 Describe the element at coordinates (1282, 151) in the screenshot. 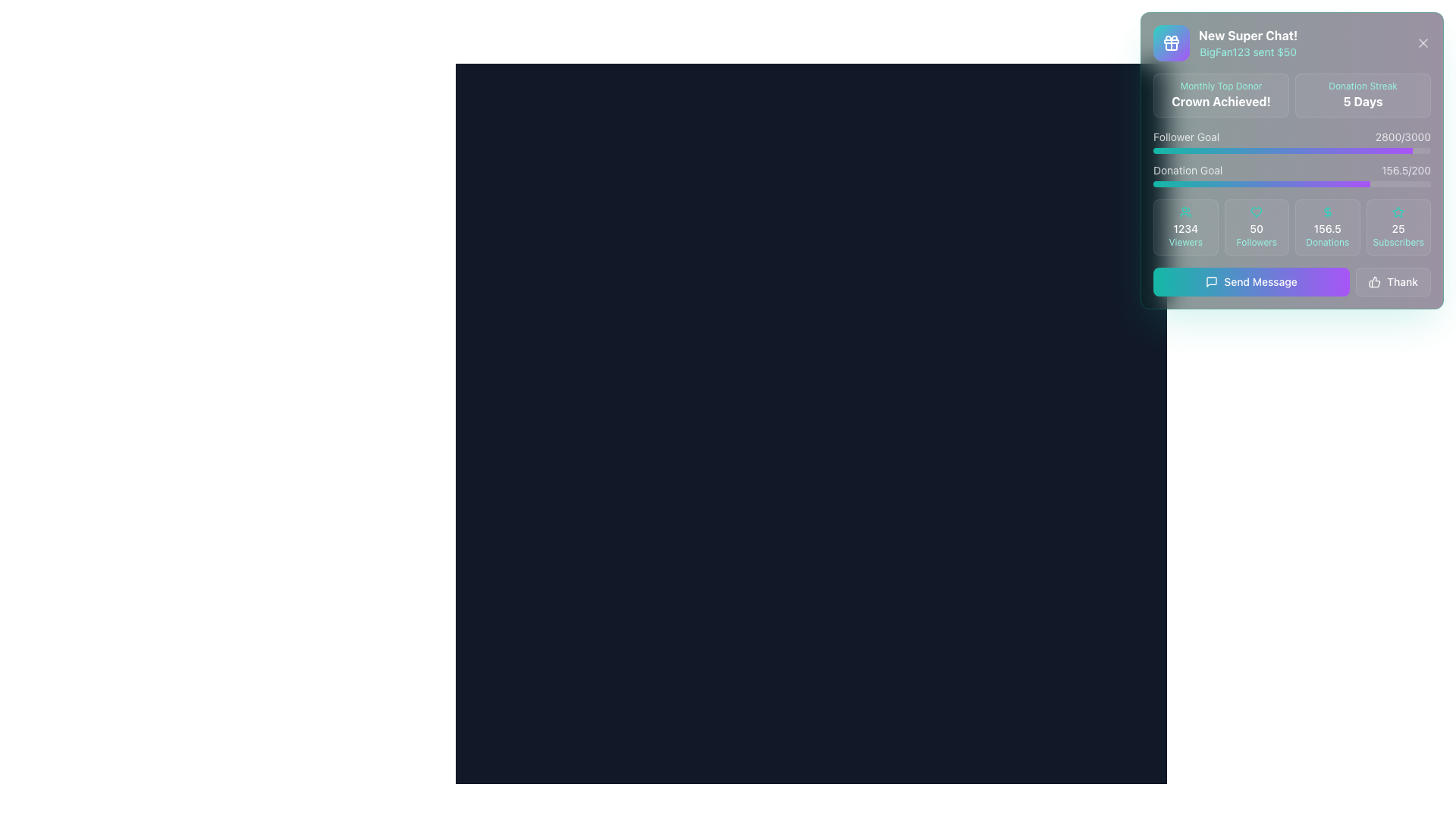

I see `the Progress Bar located in the 'Follower Goal' section` at that location.